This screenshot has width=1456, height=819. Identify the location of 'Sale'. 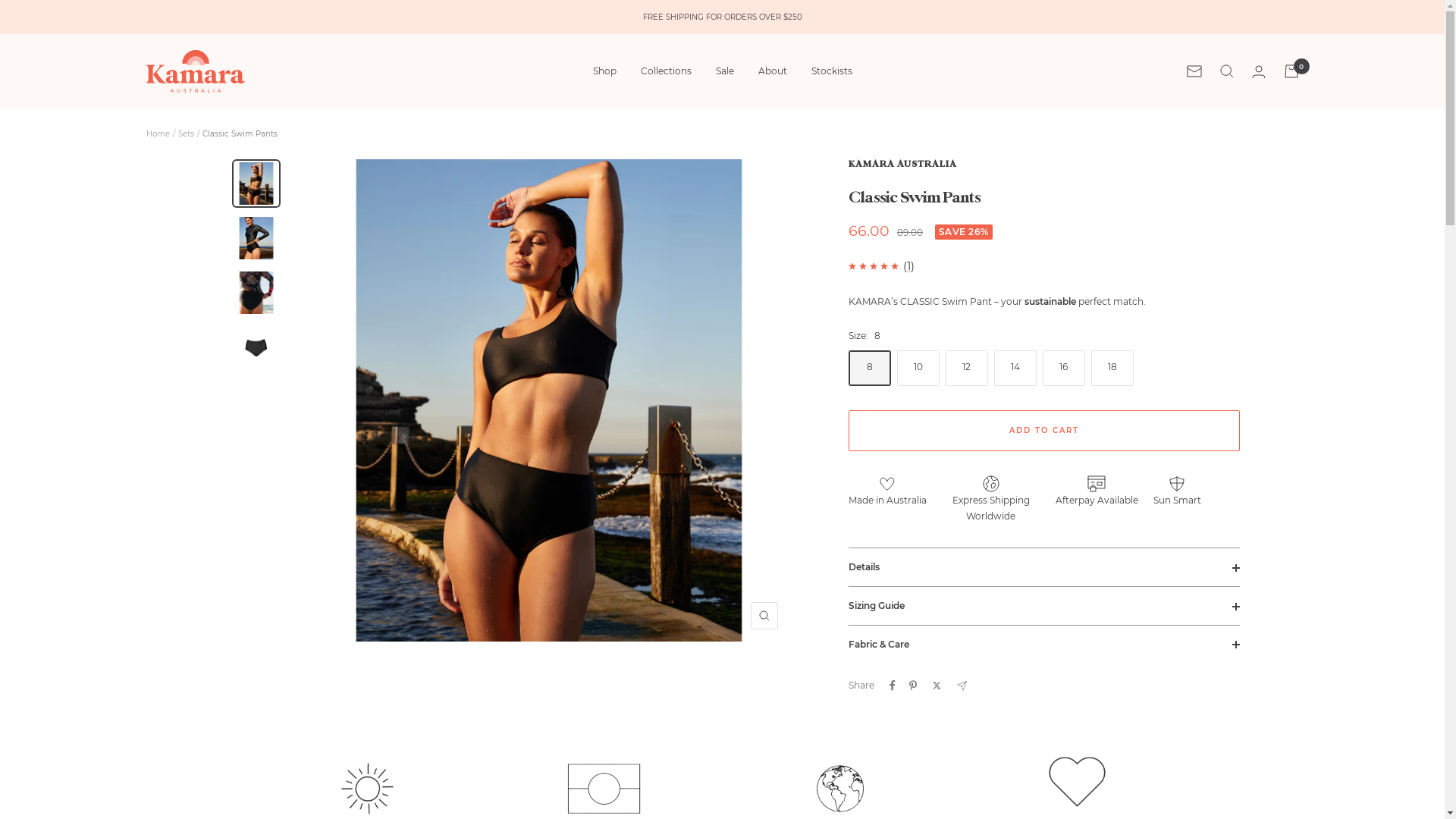
(723, 71).